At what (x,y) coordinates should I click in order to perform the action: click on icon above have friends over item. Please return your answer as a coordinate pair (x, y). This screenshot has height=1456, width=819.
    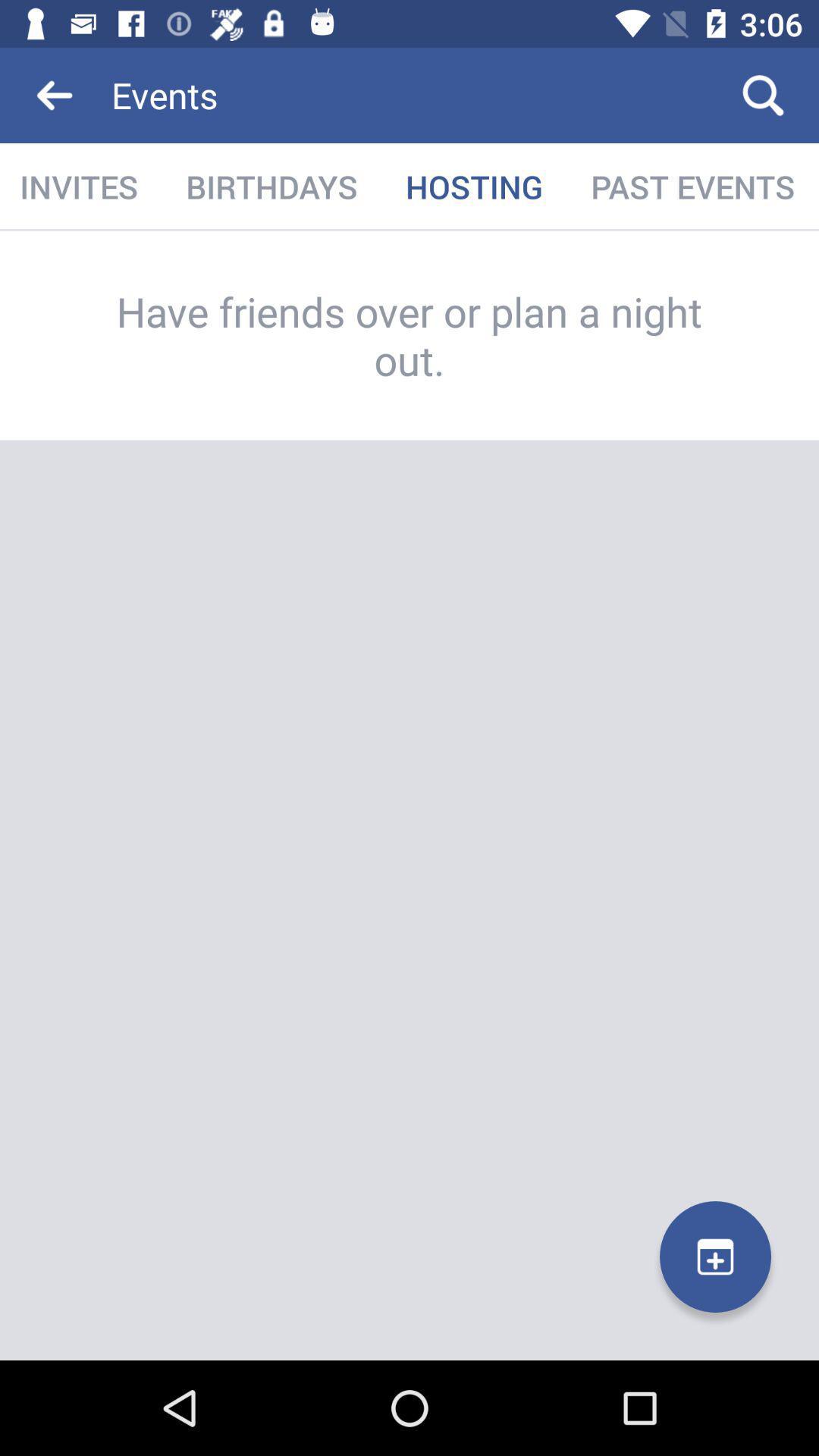
    Looking at the image, I should click on (692, 186).